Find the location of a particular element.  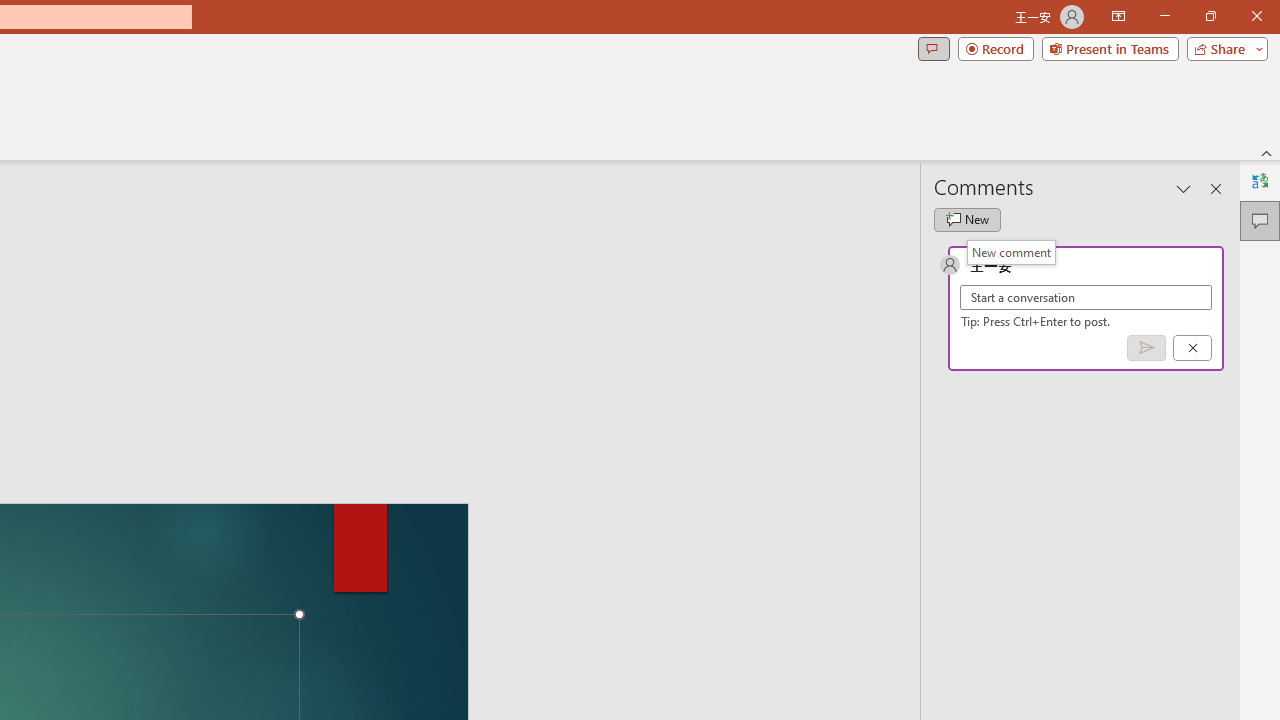

'Start a conversation' is located at coordinates (1085, 297).